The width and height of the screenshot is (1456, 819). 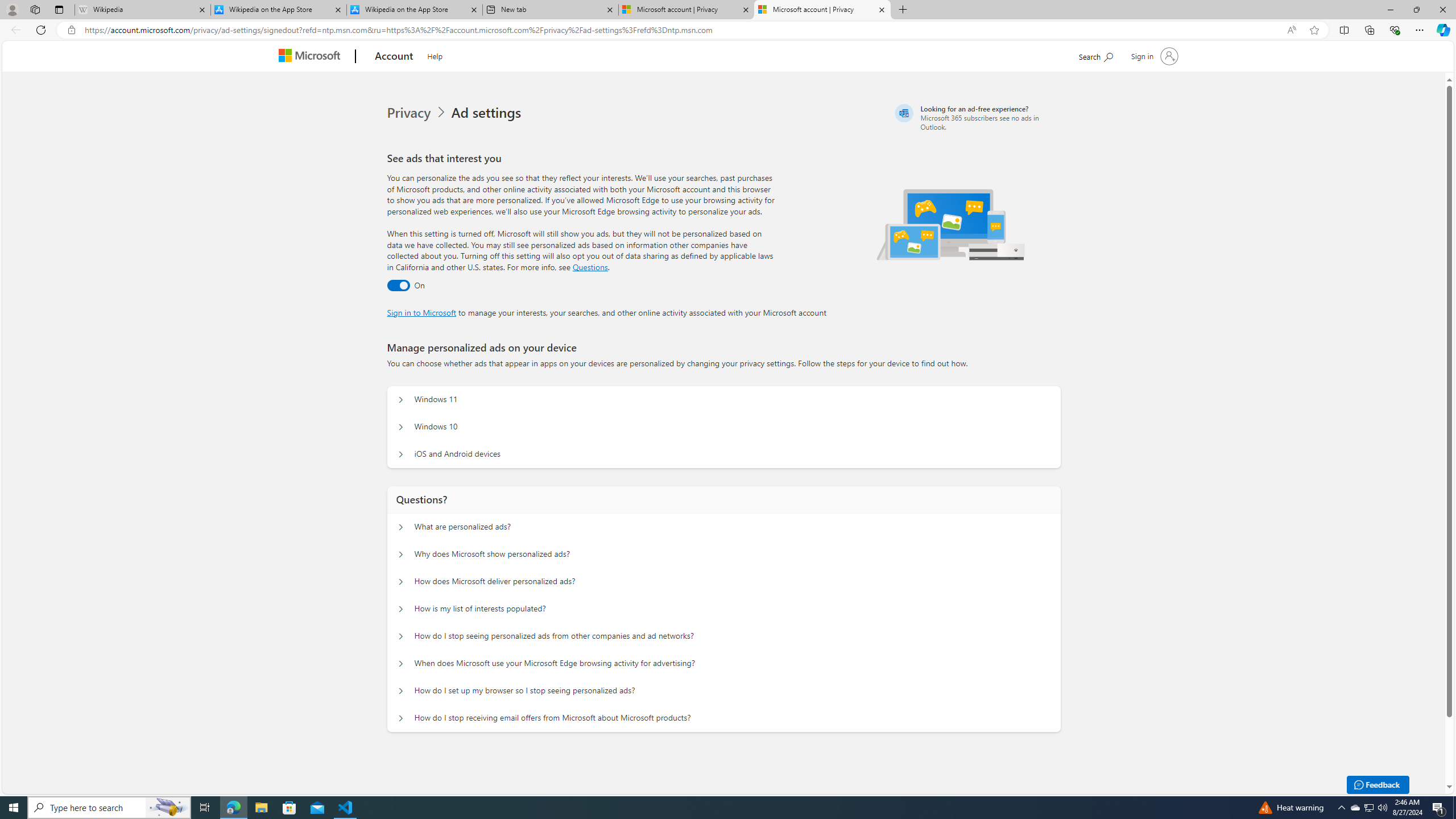 I want to click on 'Looking for an ad-free experience?', so click(x=976, y=117).